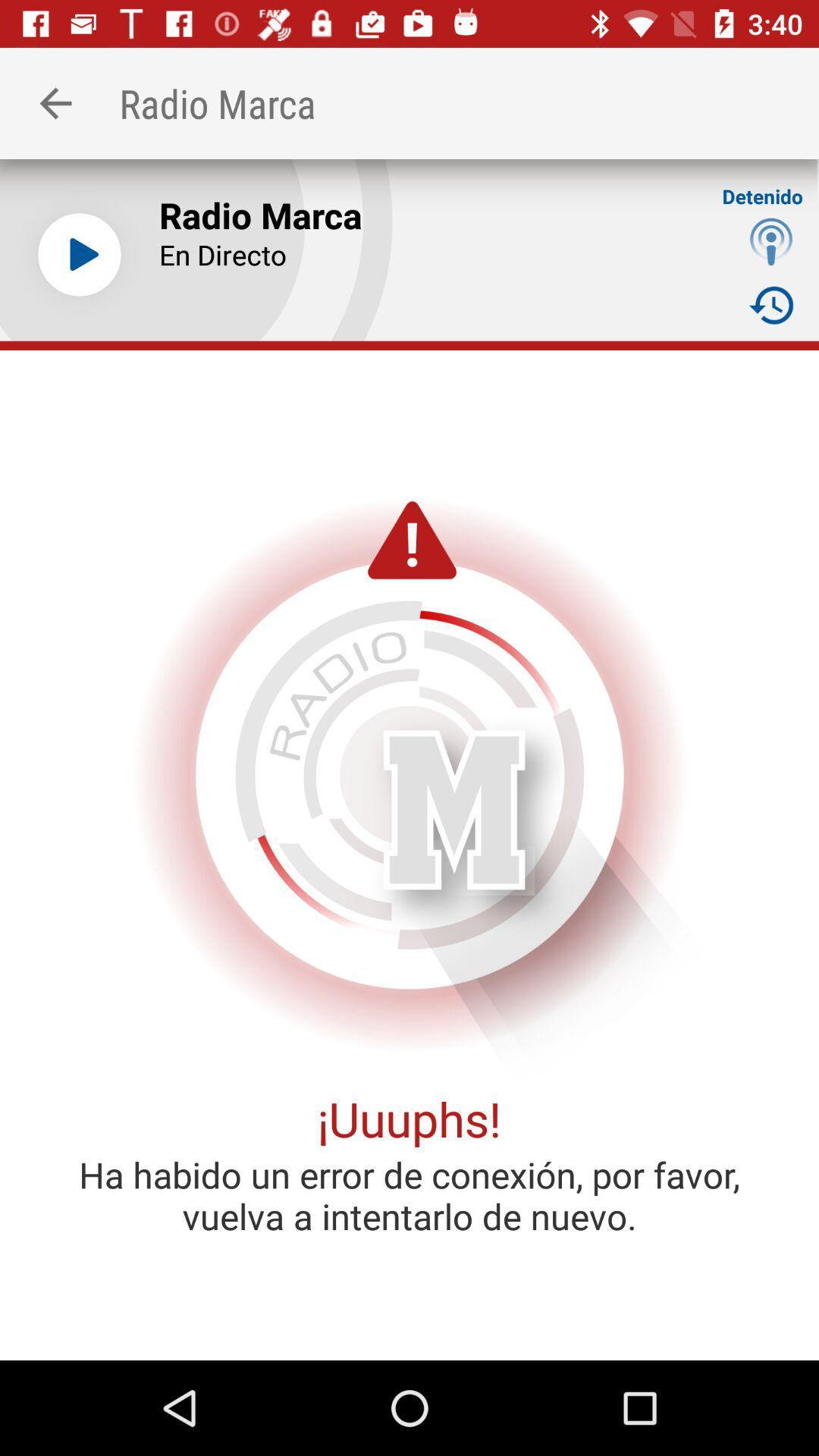 This screenshot has width=819, height=1456. Describe the element at coordinates (771, 240) in the screenshot. I see `icon next to the en directo icon` at that location.